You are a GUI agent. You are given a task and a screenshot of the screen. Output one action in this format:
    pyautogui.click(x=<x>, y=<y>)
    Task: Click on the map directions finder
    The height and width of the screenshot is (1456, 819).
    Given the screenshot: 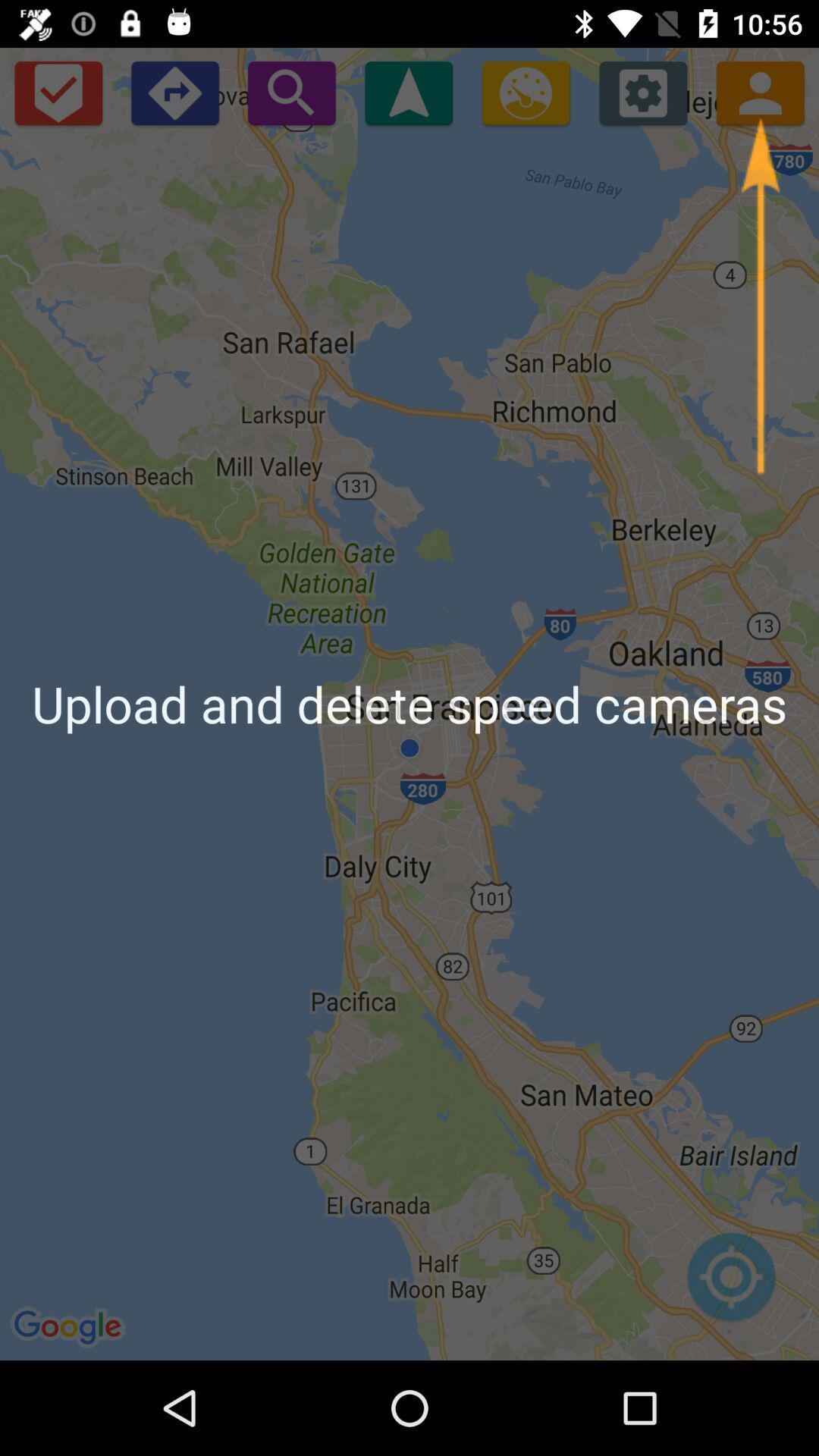 What is the action you would take?
    pyautogui.click(x=730, y=1284)
    